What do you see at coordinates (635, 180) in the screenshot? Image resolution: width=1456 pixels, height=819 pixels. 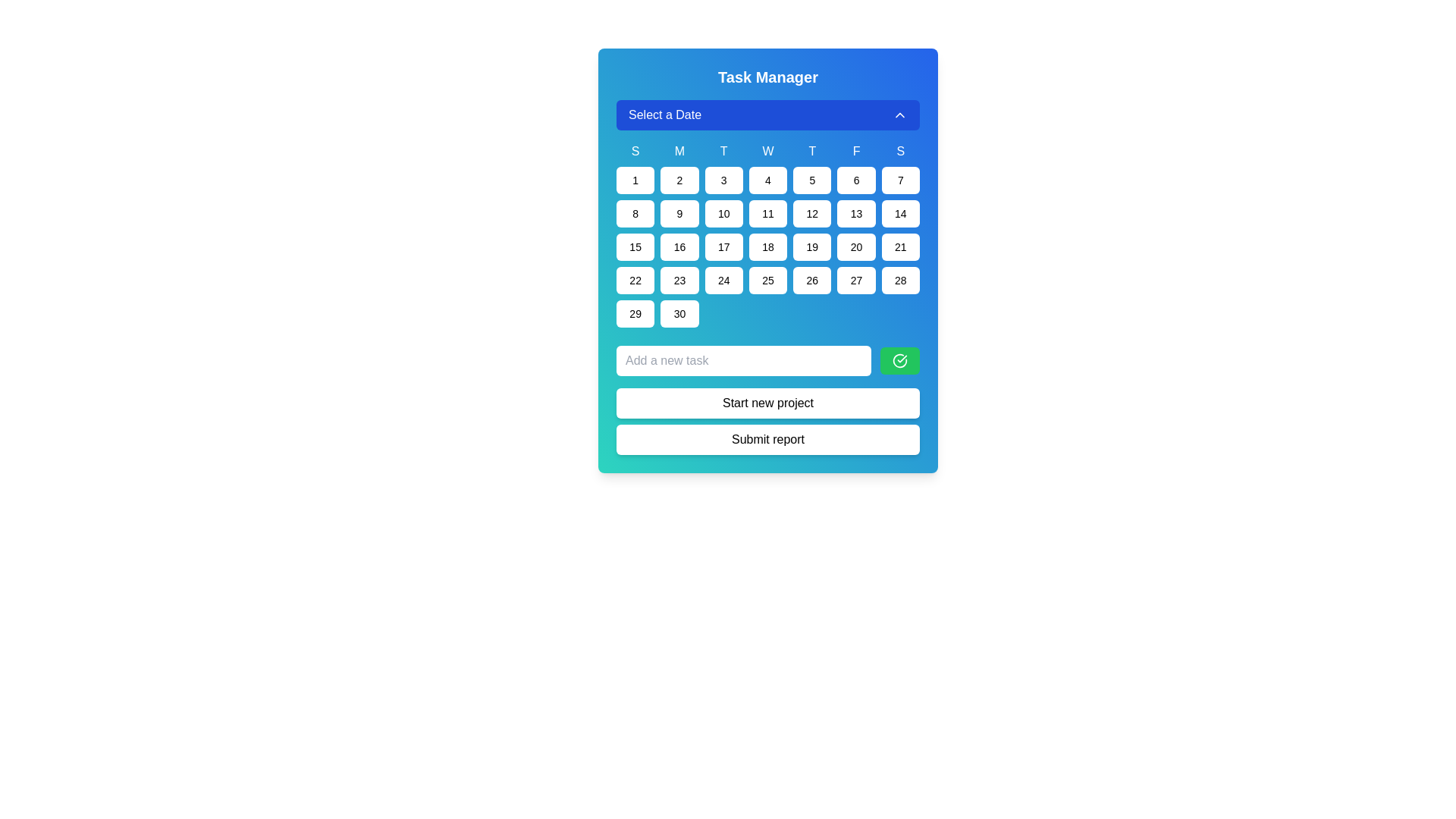 I see `the button located in the first row and first column of the calendar grid, marked under the 'S' header` at bounding box center [635, 180].